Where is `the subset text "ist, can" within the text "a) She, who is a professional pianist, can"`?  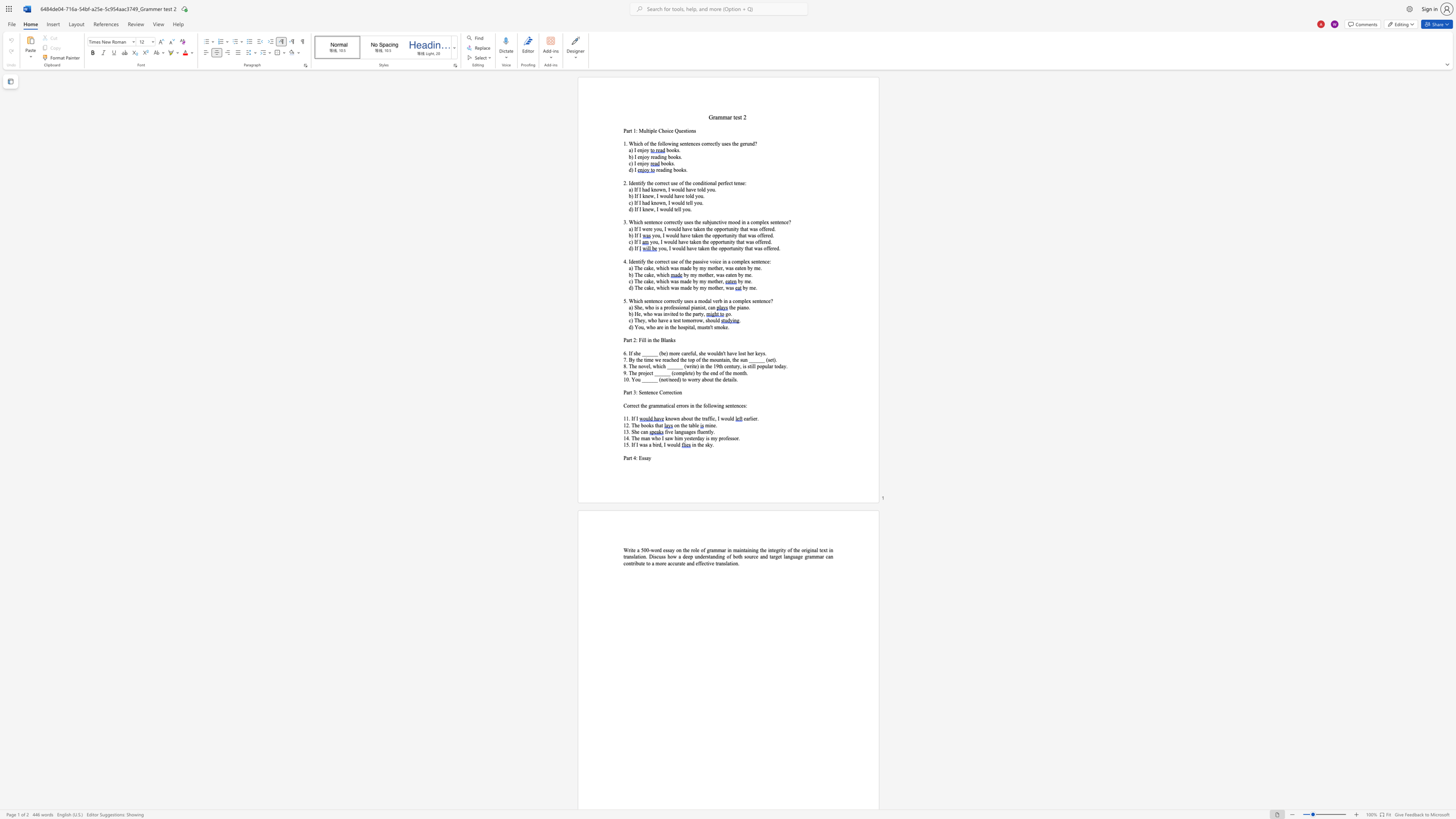
the subset text "ist, can" within the text "a) She, who is a professional pianist, can" is located at coordinates (700, 307).